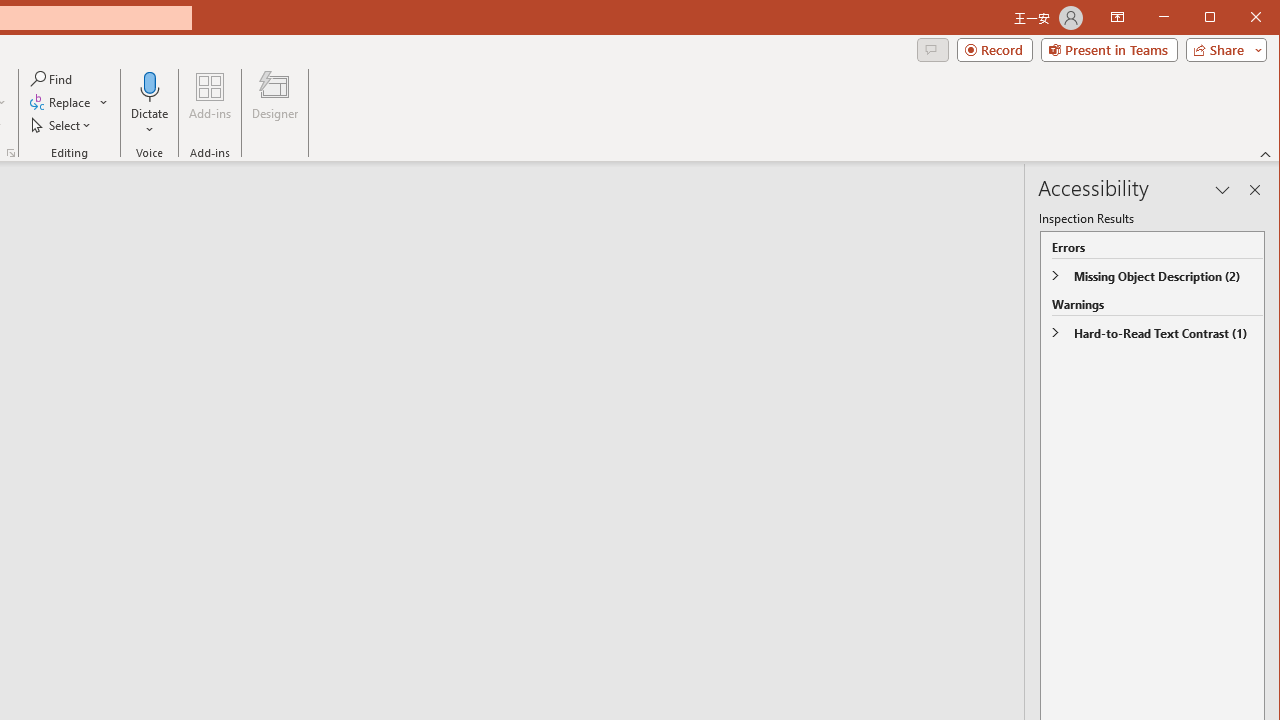  What do you see at coordinates (53, 78) in the screenshot?
I see `'Find...'` at bounding box center [53, 78].